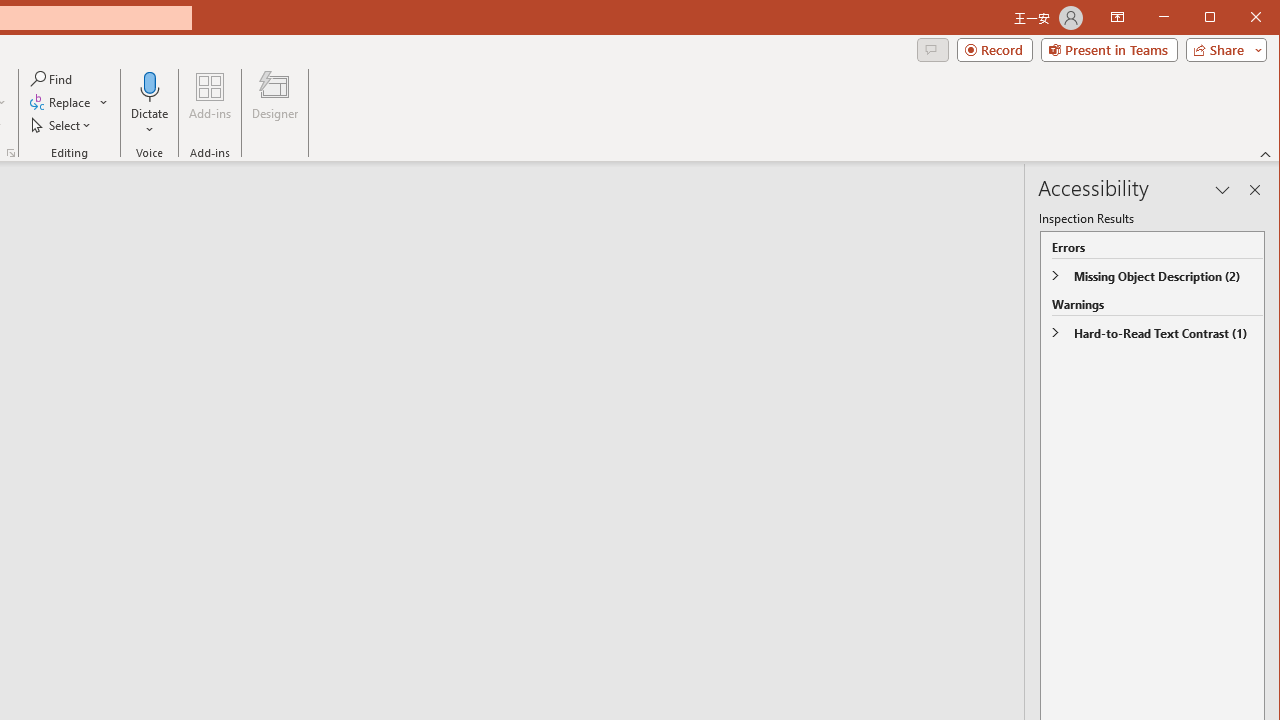  What do you see at coordinates (53, 78) in the screenshot?
I see `'Find...'` at bounding box center [53, 78].